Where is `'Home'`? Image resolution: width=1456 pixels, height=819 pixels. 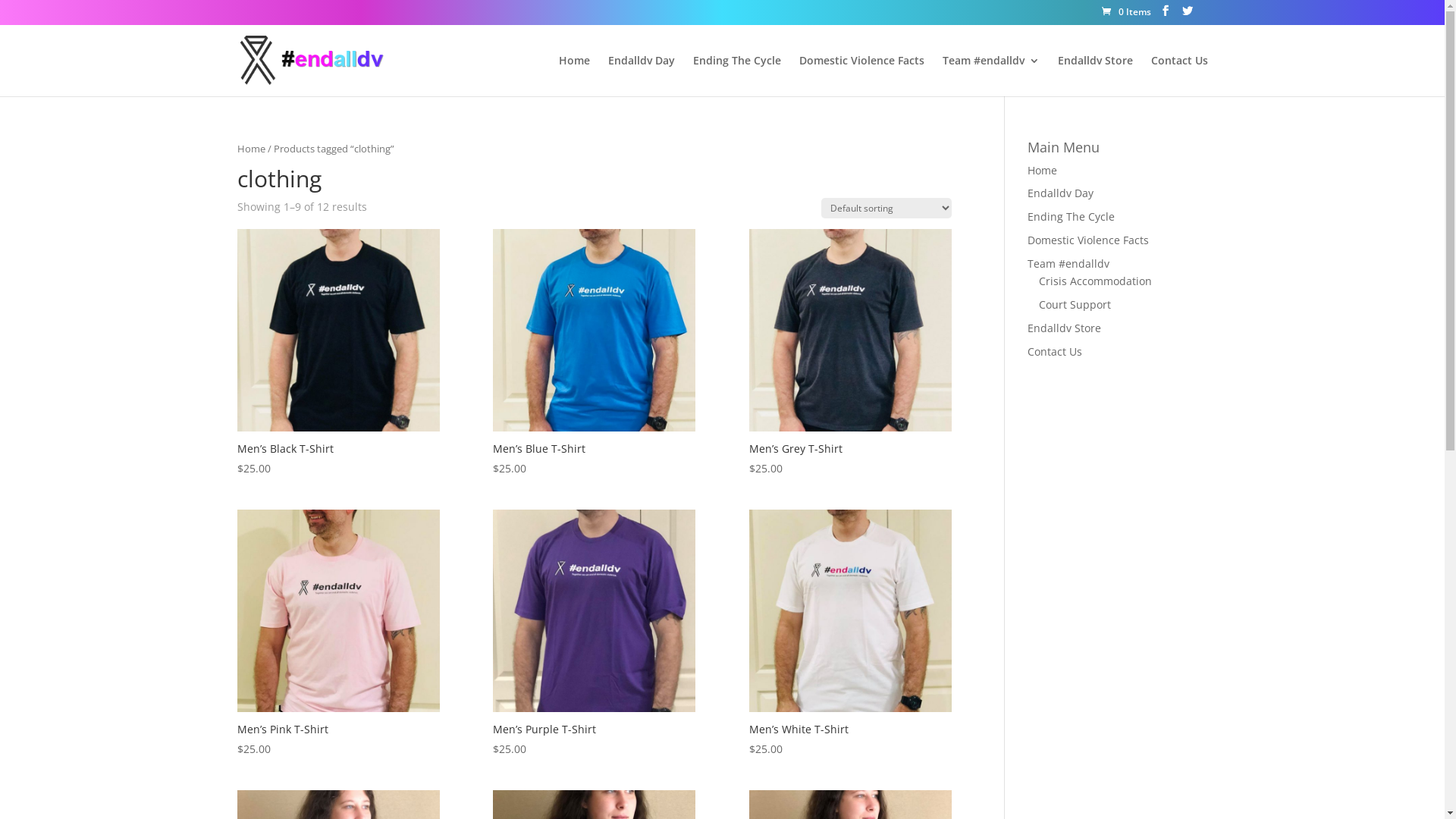
'Home' is located at coordinates (1041, 169).